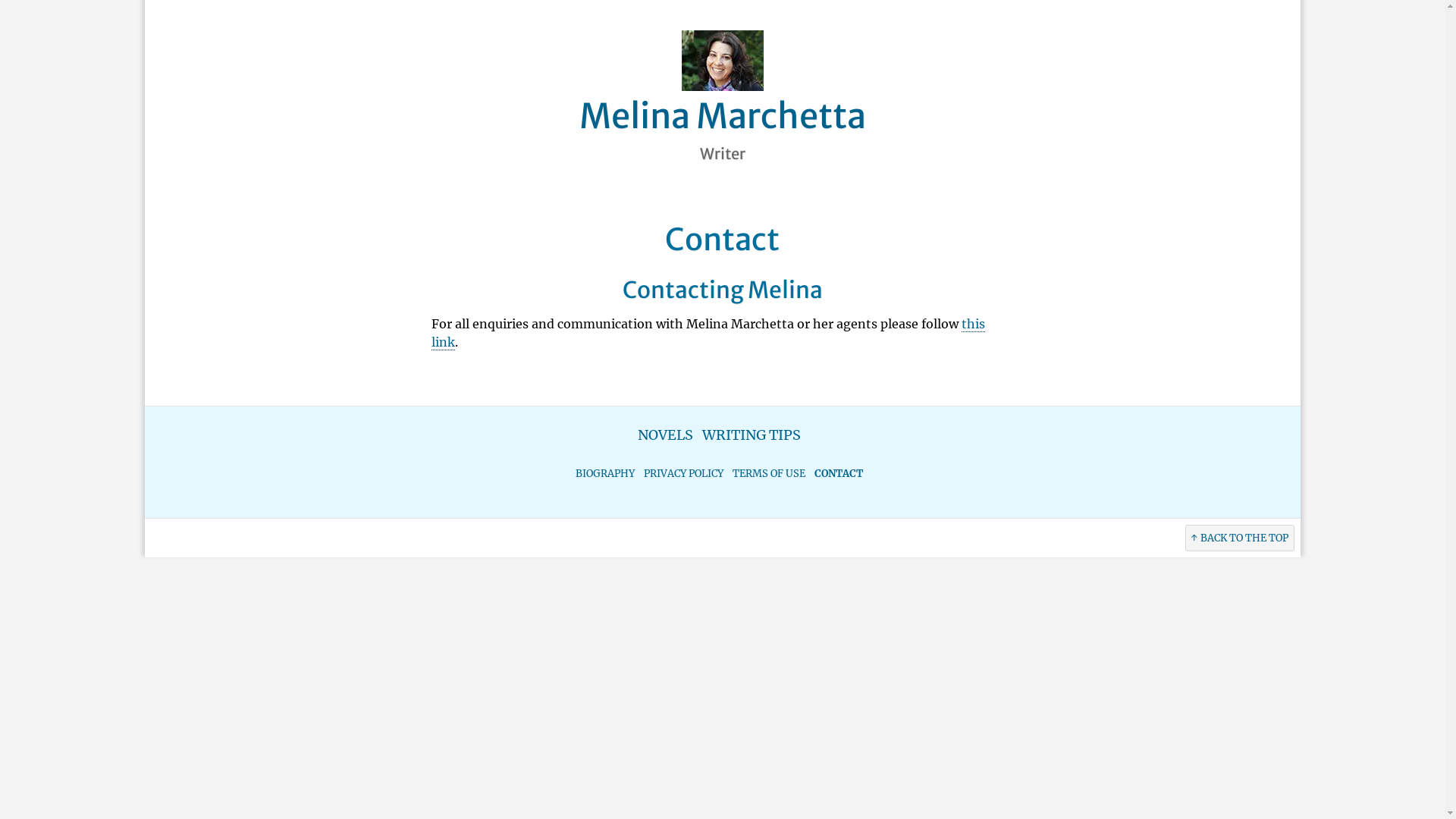  Describe the element at coordinates (665, 435) in the screenshot. I see `'NOVELS'` at that location.